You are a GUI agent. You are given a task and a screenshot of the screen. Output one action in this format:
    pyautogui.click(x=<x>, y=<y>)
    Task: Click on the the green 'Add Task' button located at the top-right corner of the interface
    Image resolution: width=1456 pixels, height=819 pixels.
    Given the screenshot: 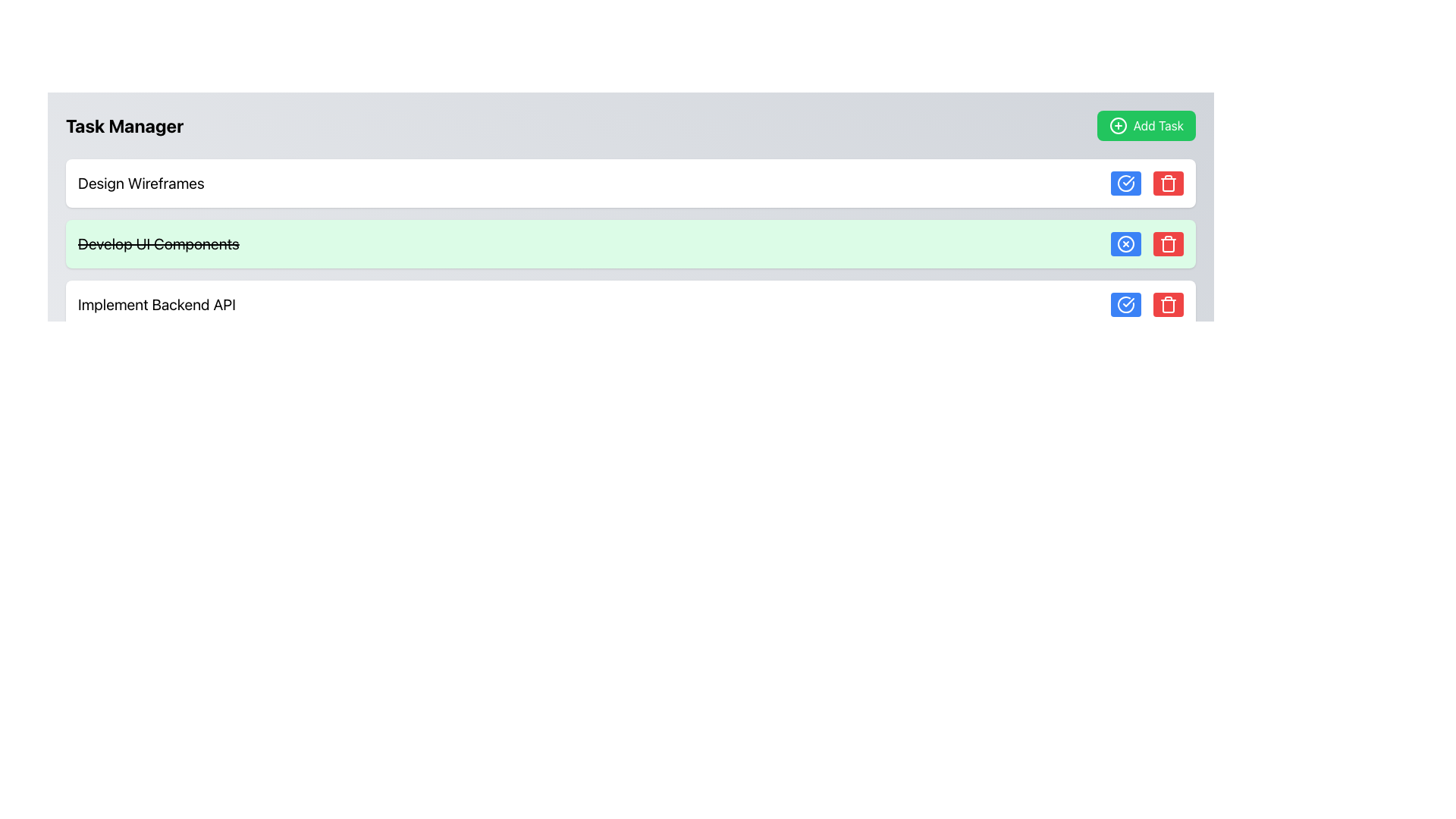 What is the action you would take?
    pyautogui.click(x=1146, y=124)
    